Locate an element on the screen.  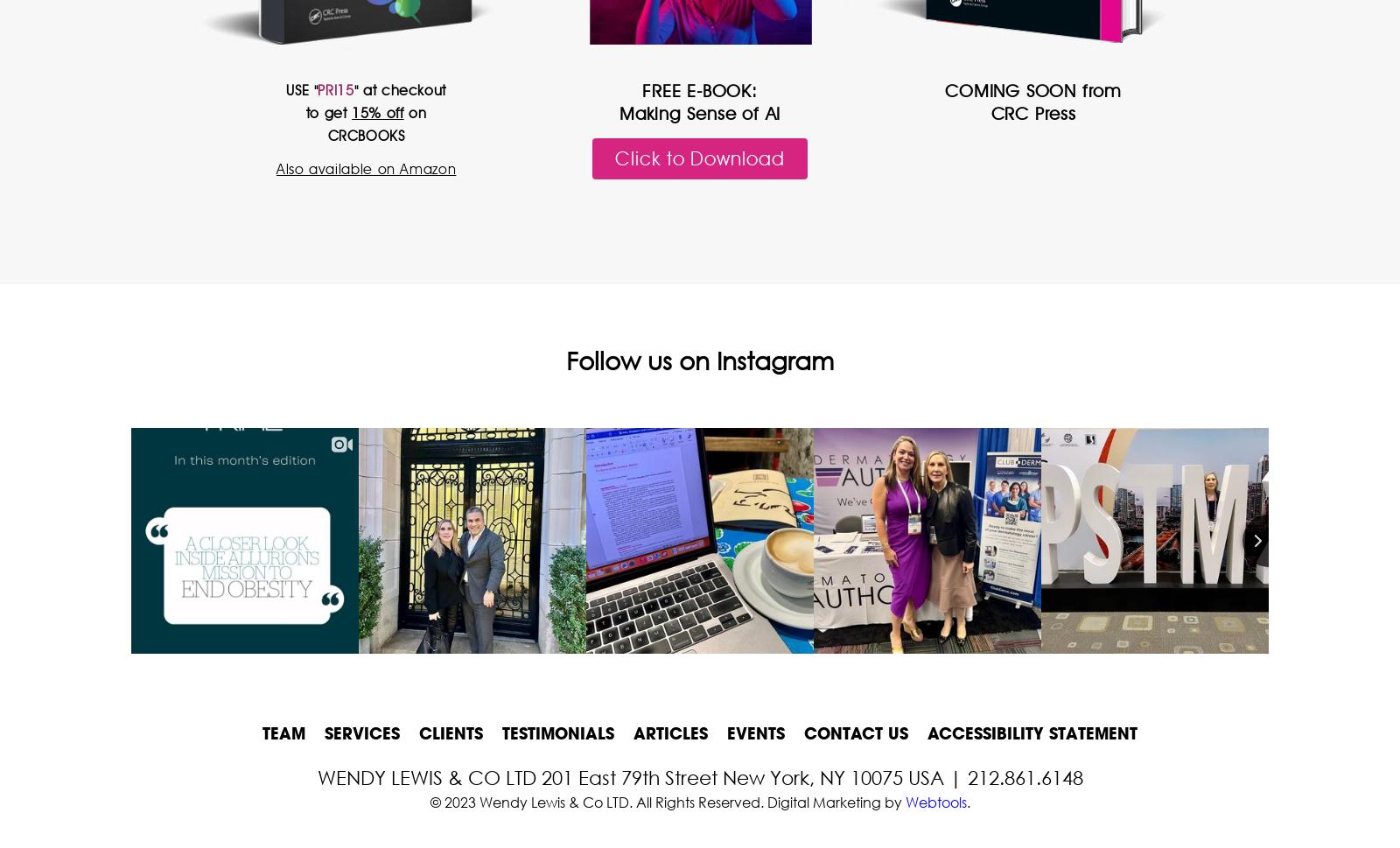
'CRC Press' is located at coordinates (1032, 112).